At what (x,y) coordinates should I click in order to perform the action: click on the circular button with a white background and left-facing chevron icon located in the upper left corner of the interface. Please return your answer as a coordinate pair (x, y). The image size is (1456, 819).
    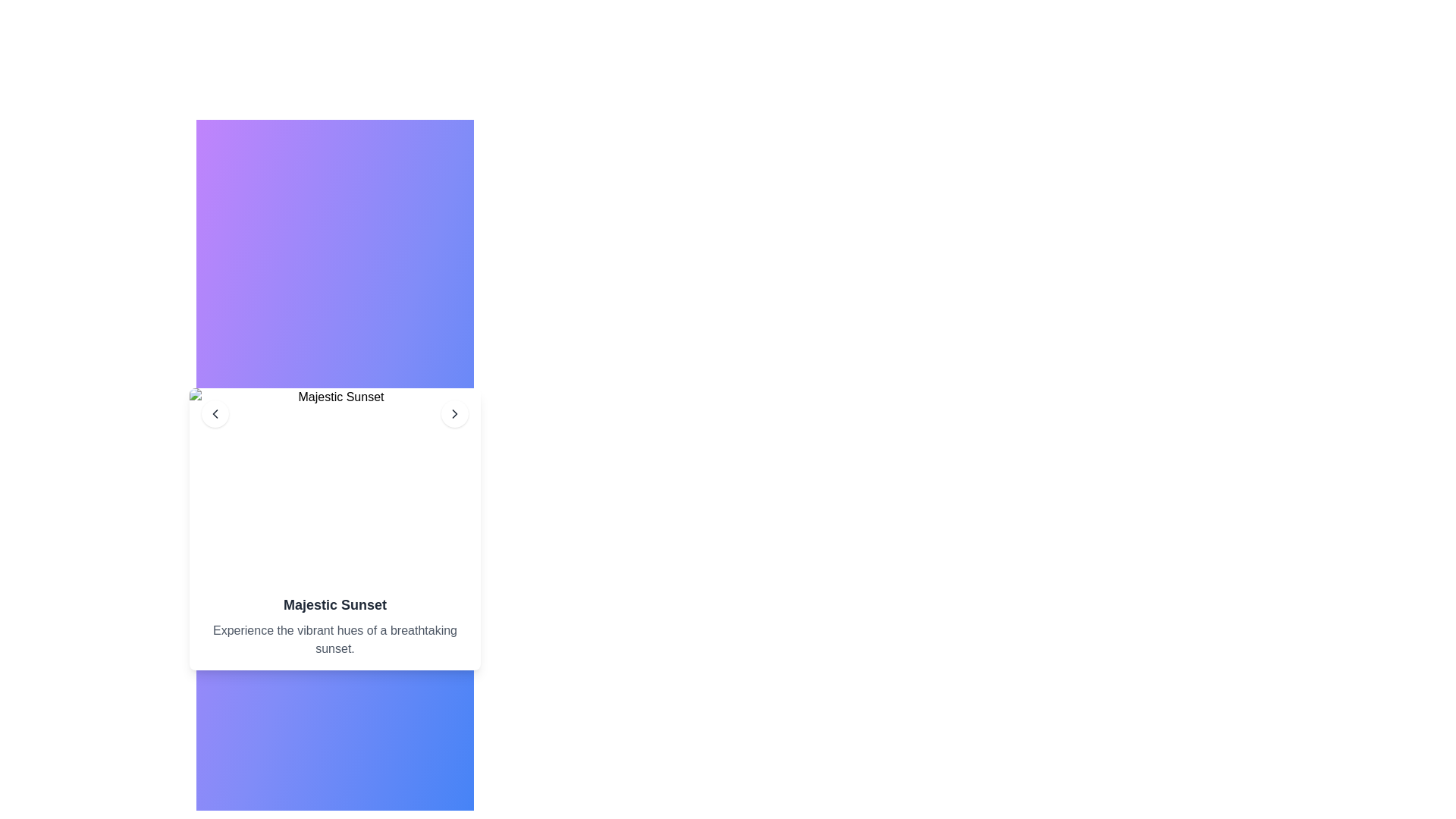
    Looking at the image, I should click on (214, 414).